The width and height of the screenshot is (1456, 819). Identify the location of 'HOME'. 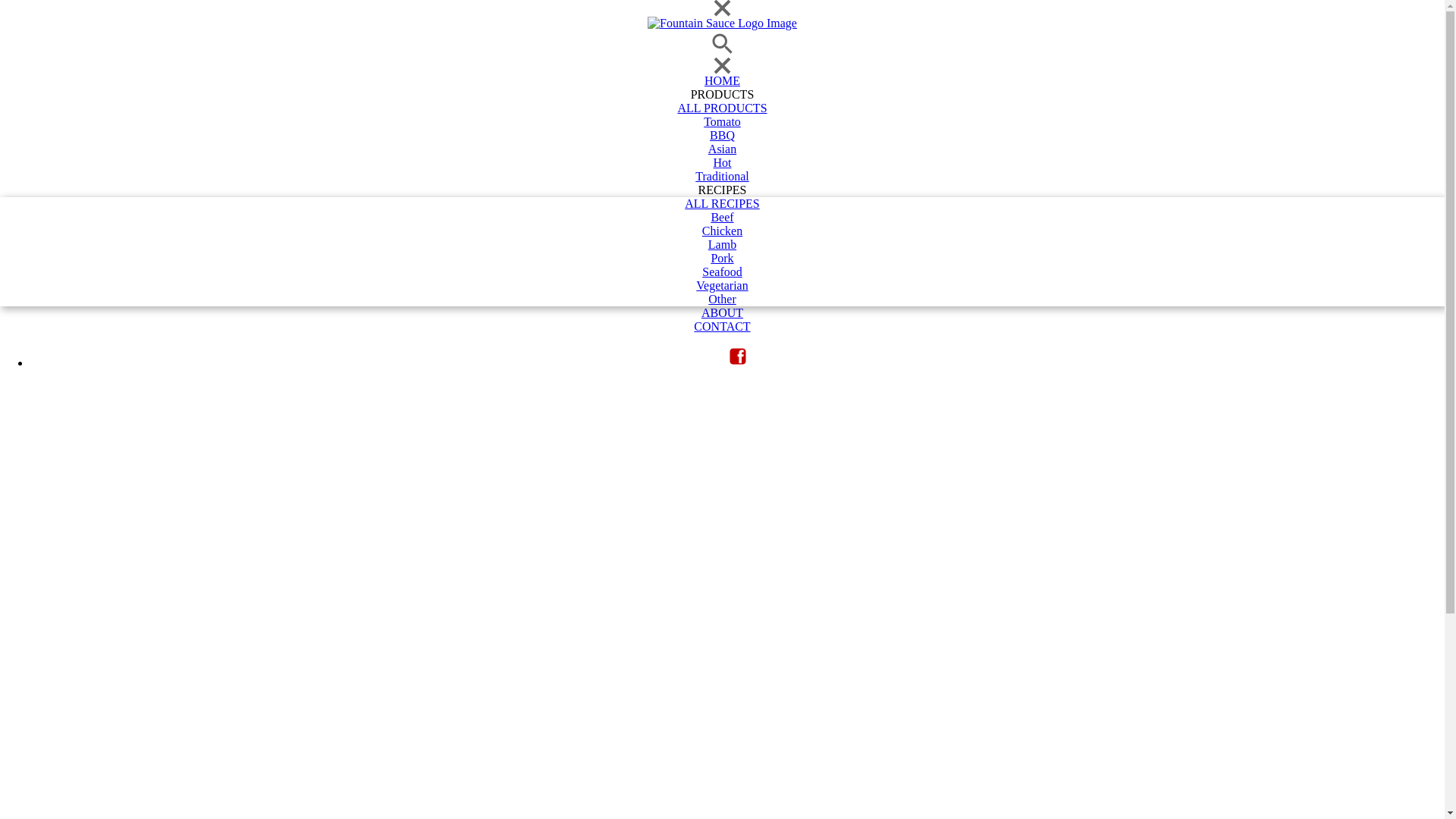
(721, 81).